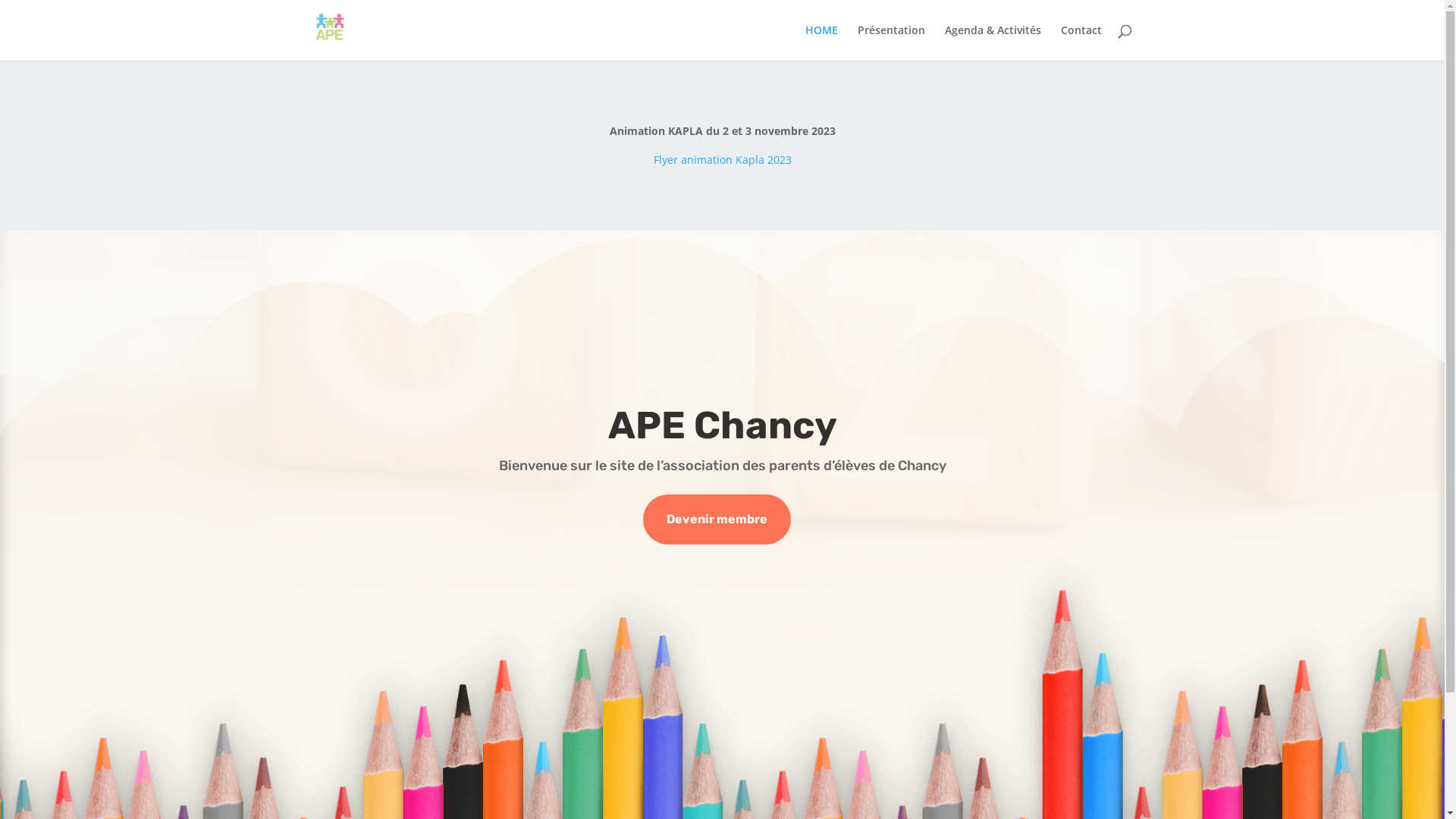 The height and width of the screenshot is (819, 1456). What do you see at coordinates (1080, 42) in the screenshot?
I see `'Contact'` at bounding box center [1080, 42].